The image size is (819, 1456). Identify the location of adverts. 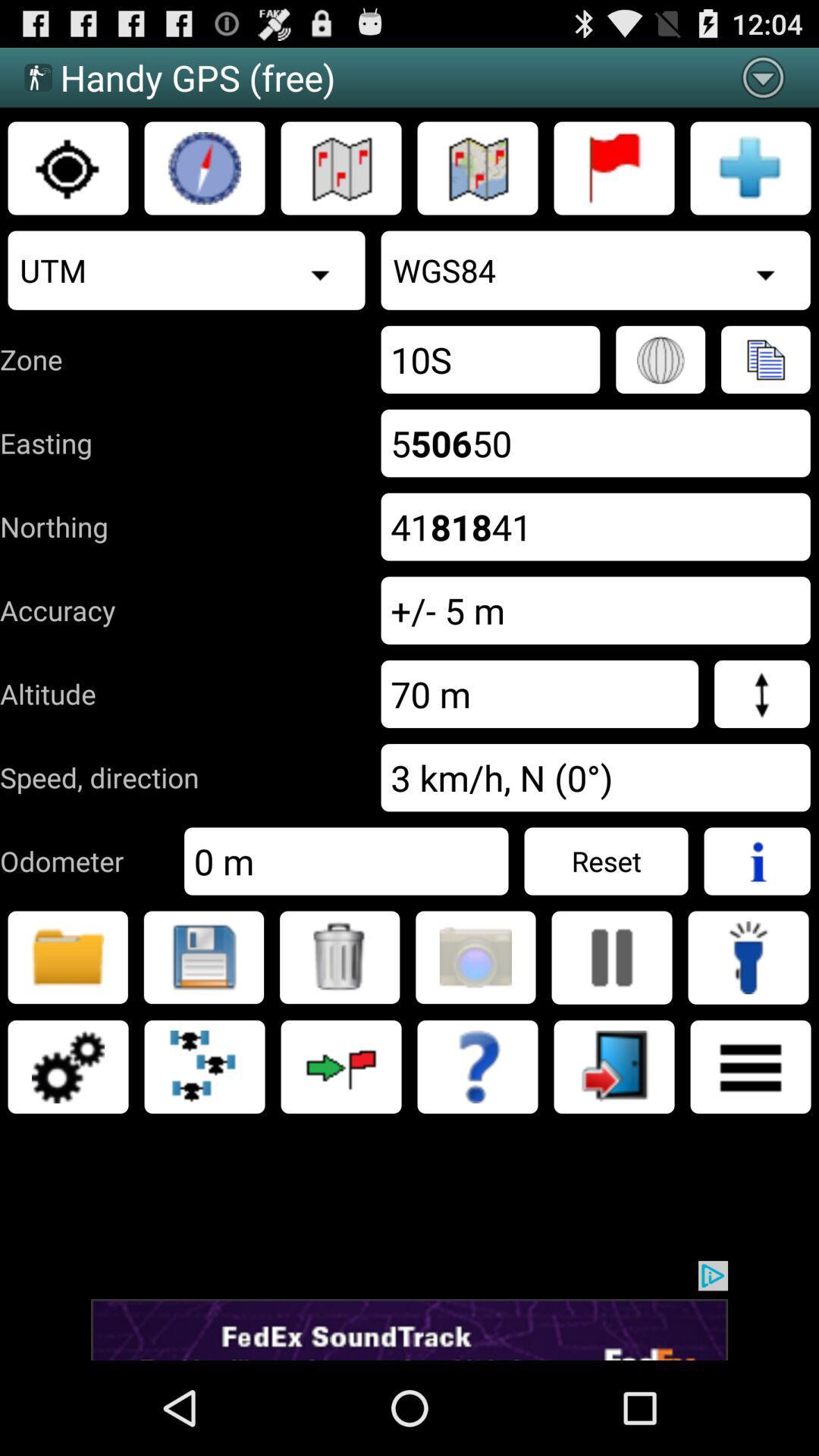
(409, 1310).